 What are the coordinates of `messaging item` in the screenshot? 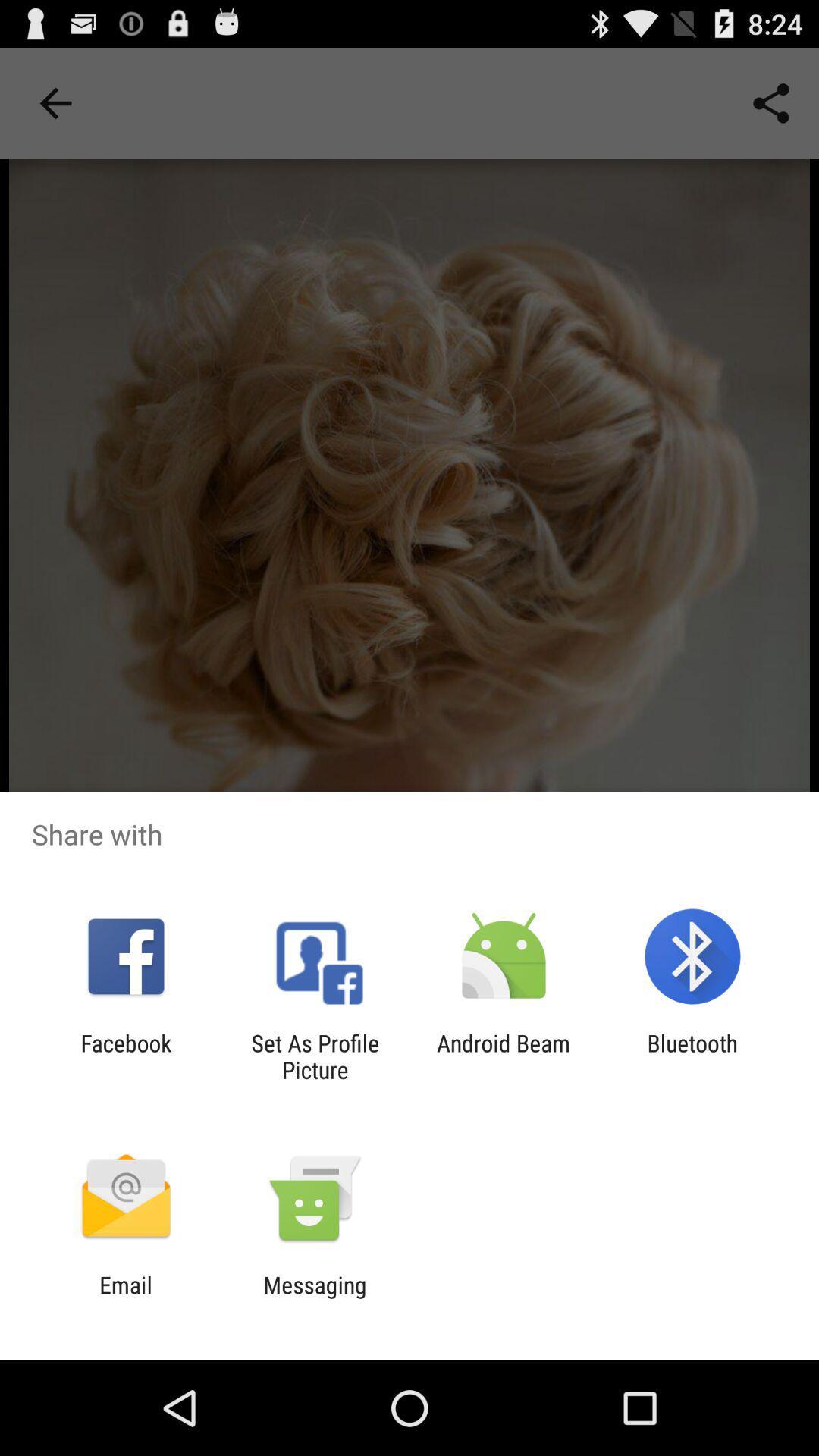 It's located at (314, 1298).